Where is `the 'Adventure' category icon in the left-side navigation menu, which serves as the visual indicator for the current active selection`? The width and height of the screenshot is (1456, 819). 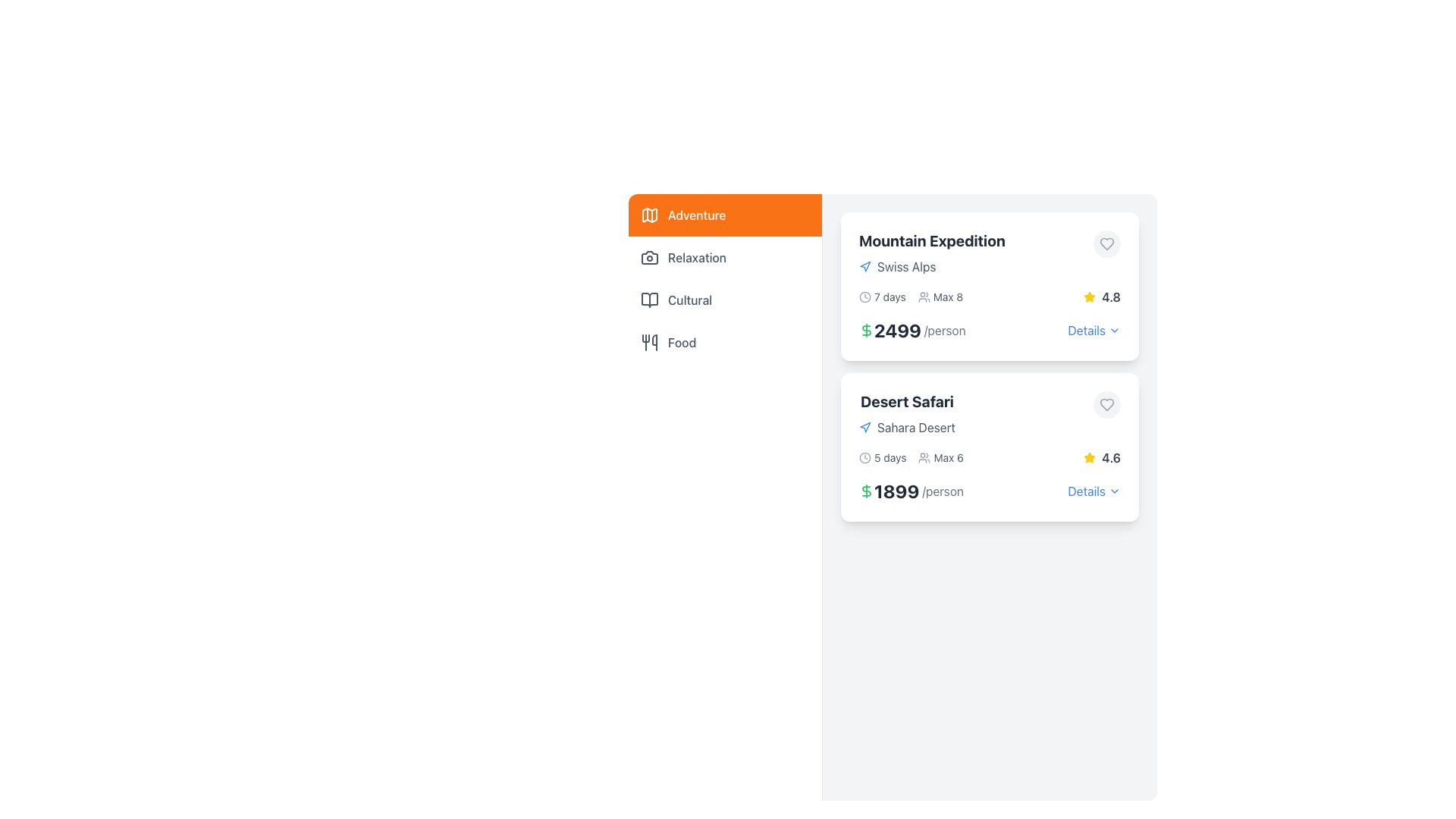 the 'Adventure' category icon in the left-side navigation menu, which serves as the visual indicator for the current active selection is located at coordinates (650, 215).